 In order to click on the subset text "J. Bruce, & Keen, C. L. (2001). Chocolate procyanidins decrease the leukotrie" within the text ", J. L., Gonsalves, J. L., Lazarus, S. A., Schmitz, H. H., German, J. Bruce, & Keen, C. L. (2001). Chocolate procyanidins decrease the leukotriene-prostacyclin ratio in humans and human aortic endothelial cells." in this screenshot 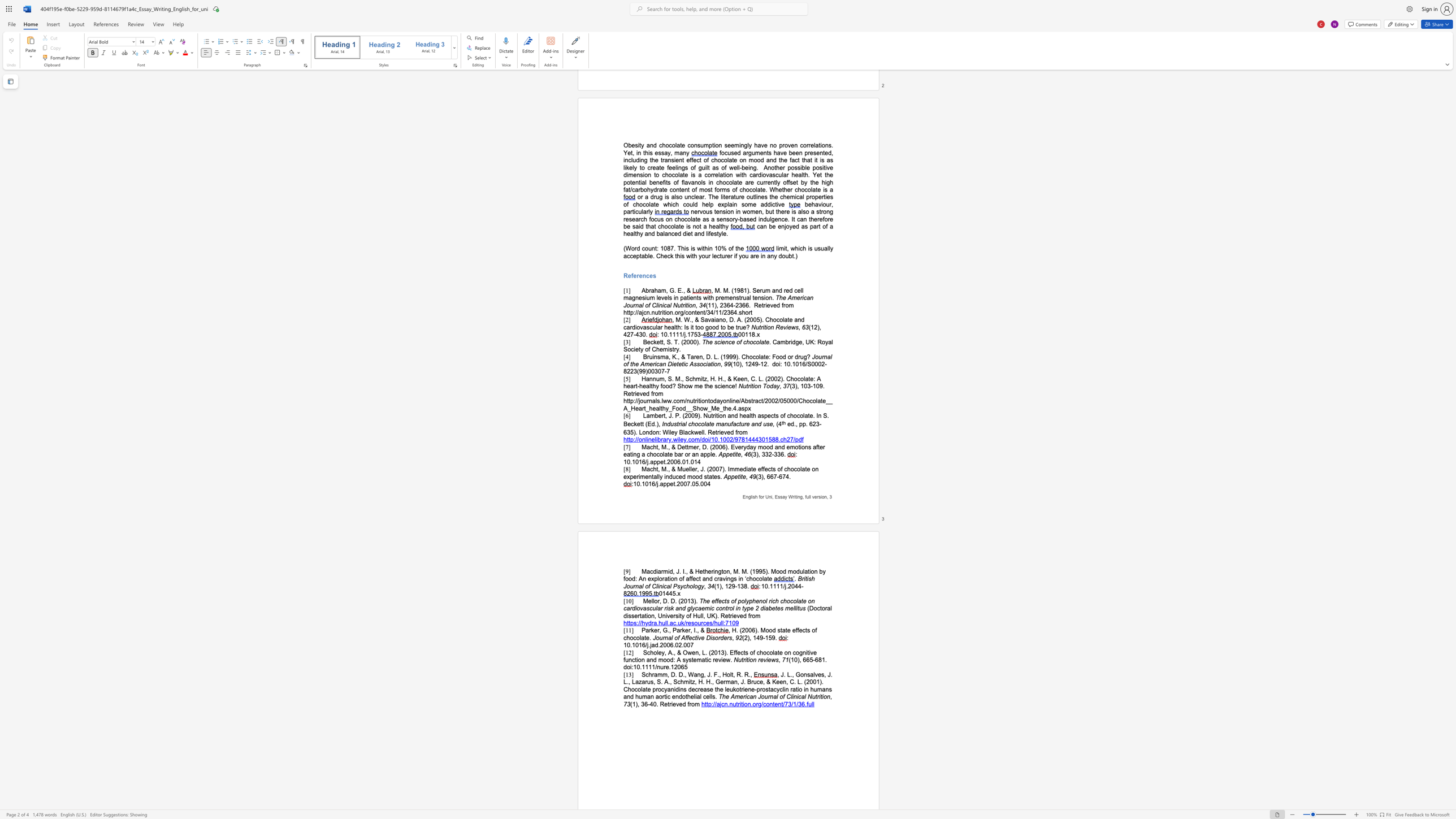, I will do `click(740, 681)`.